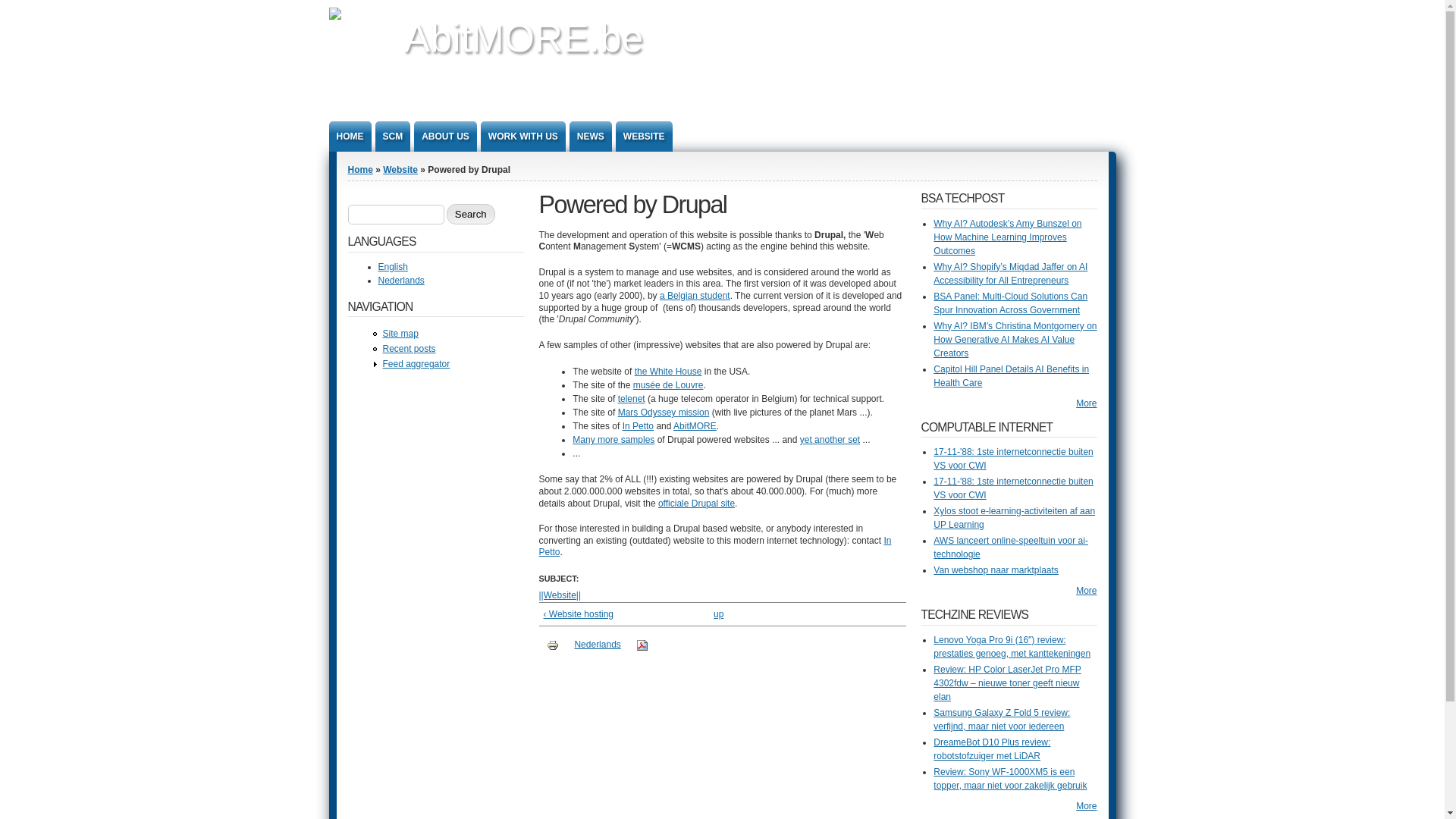 The image size is (1456, 819). I want to click on 'ABOUT US', so click(444, 136).